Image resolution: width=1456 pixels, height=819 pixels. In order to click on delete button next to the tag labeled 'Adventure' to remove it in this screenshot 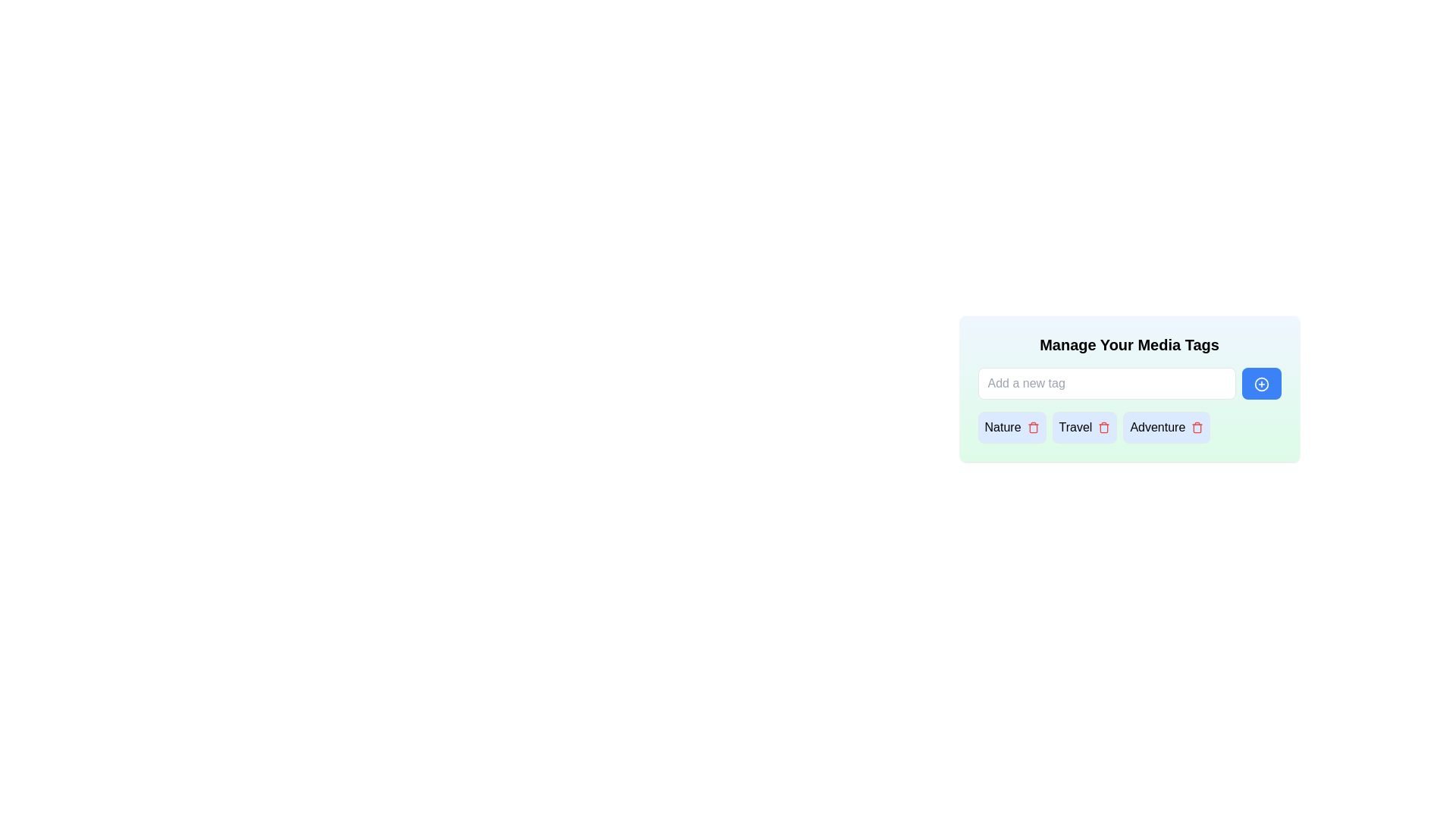, I will do `click(1197, 427)`.